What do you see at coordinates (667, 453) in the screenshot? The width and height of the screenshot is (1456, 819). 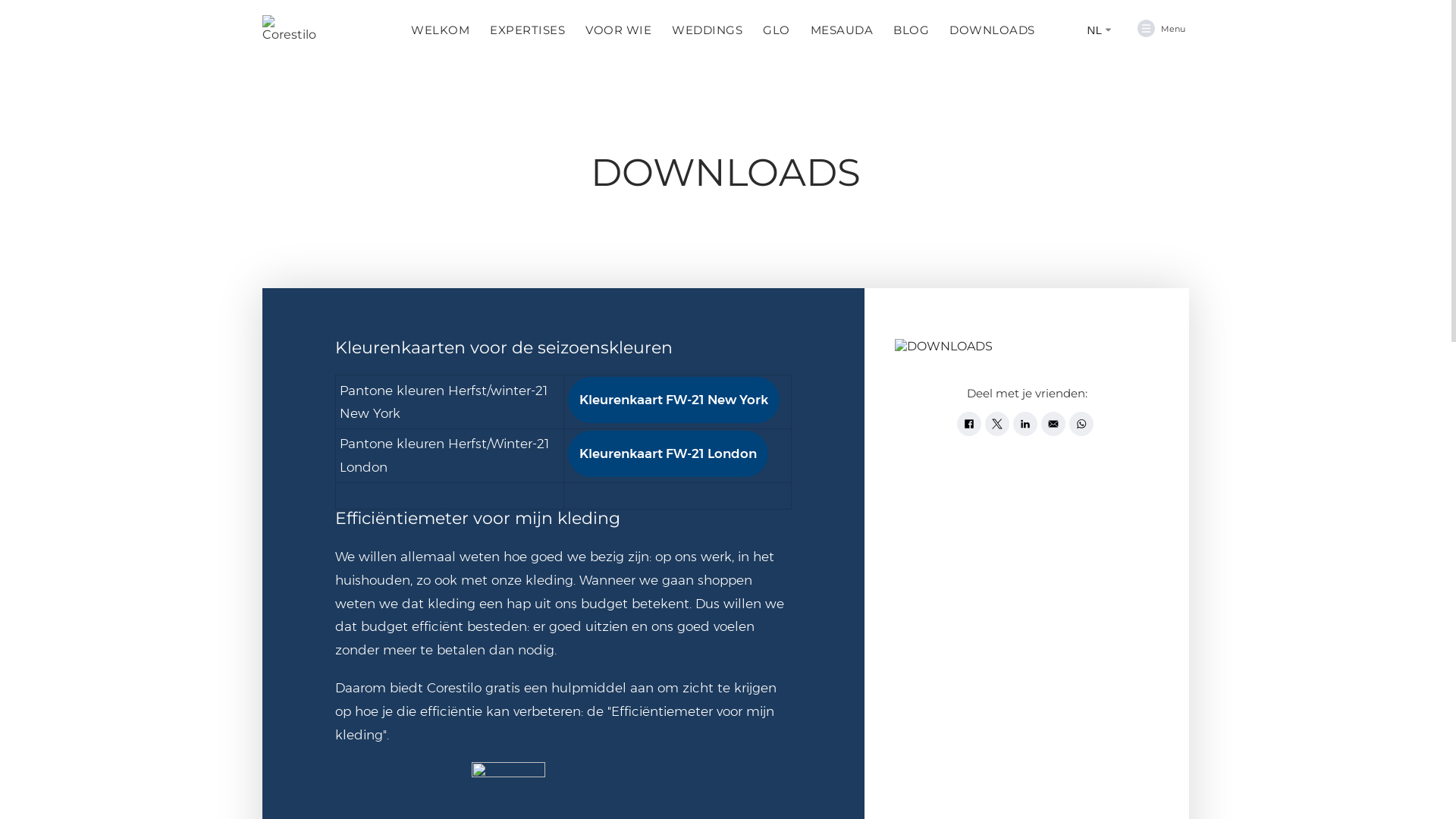 I see `'Kleurenkaart FW-21 London'` at bounding box center [667, 453].